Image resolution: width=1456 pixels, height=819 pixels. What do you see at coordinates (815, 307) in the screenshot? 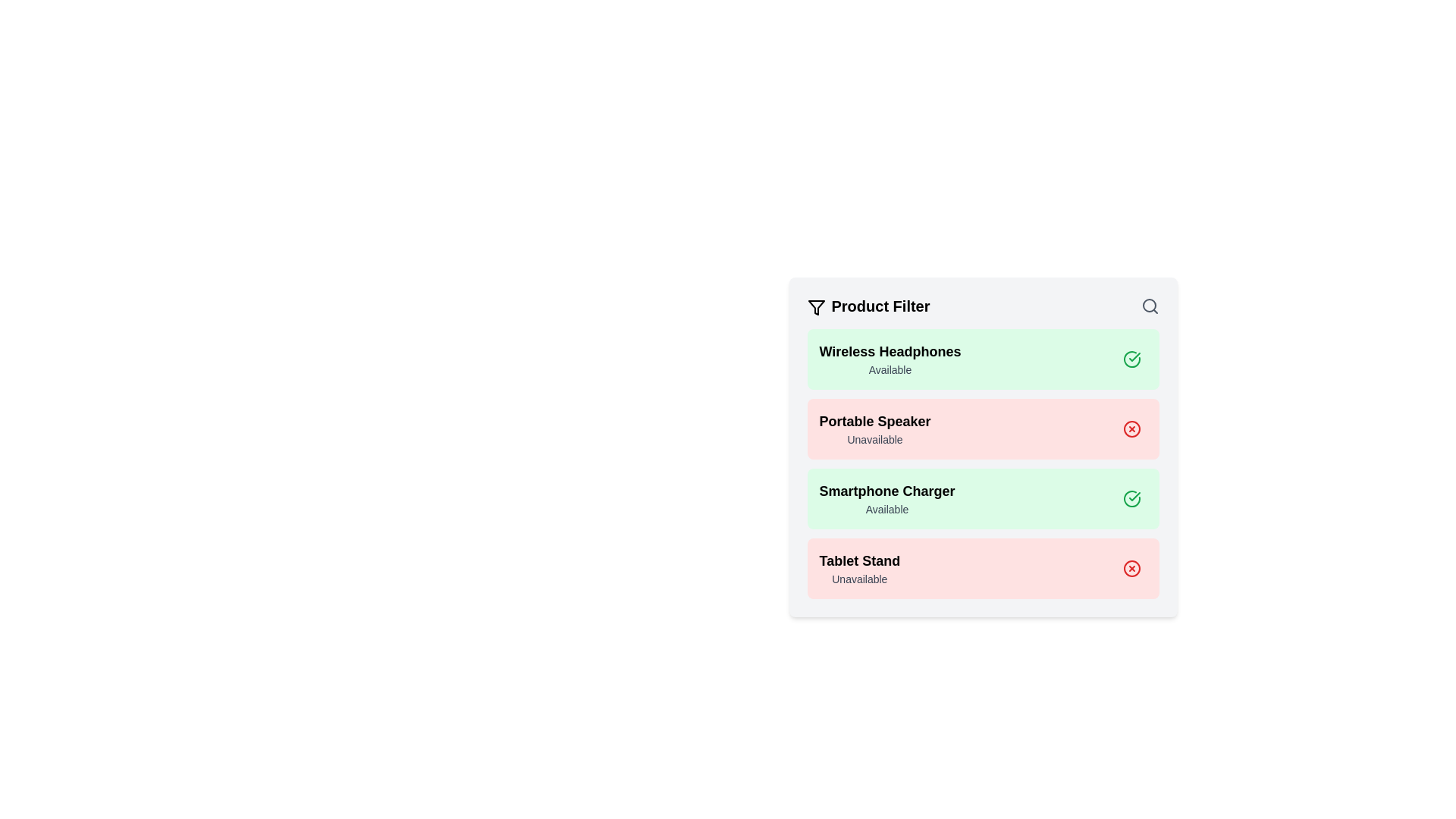
I see `the funnel-shaped icon located in the 'Product Filter' section header, positioned to the left of the title 'Product Filter'` at bounding box center [815, 307].